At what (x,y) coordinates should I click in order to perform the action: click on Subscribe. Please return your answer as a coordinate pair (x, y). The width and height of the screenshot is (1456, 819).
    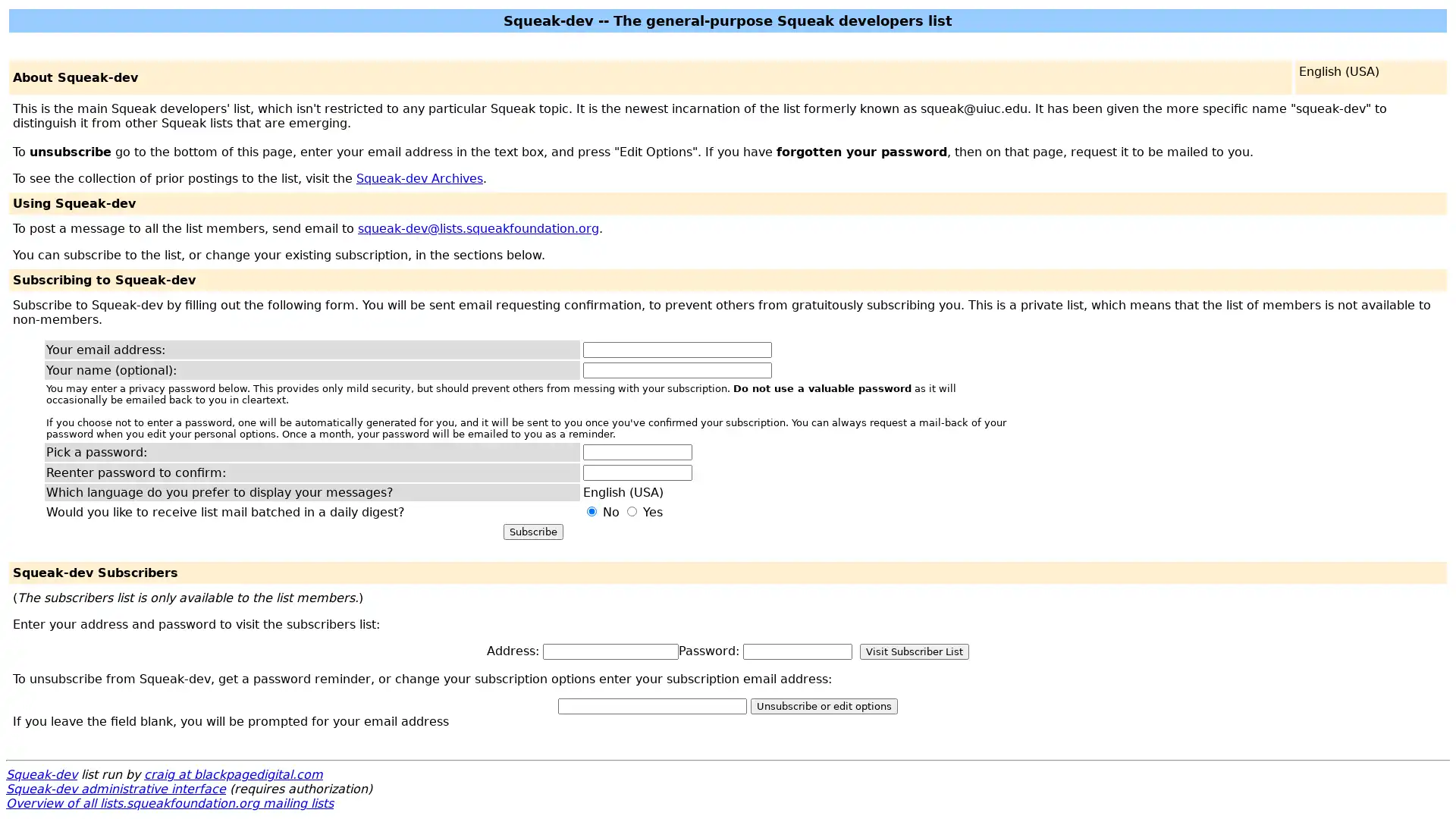
    Looking at the image, I should click on (532, 531).